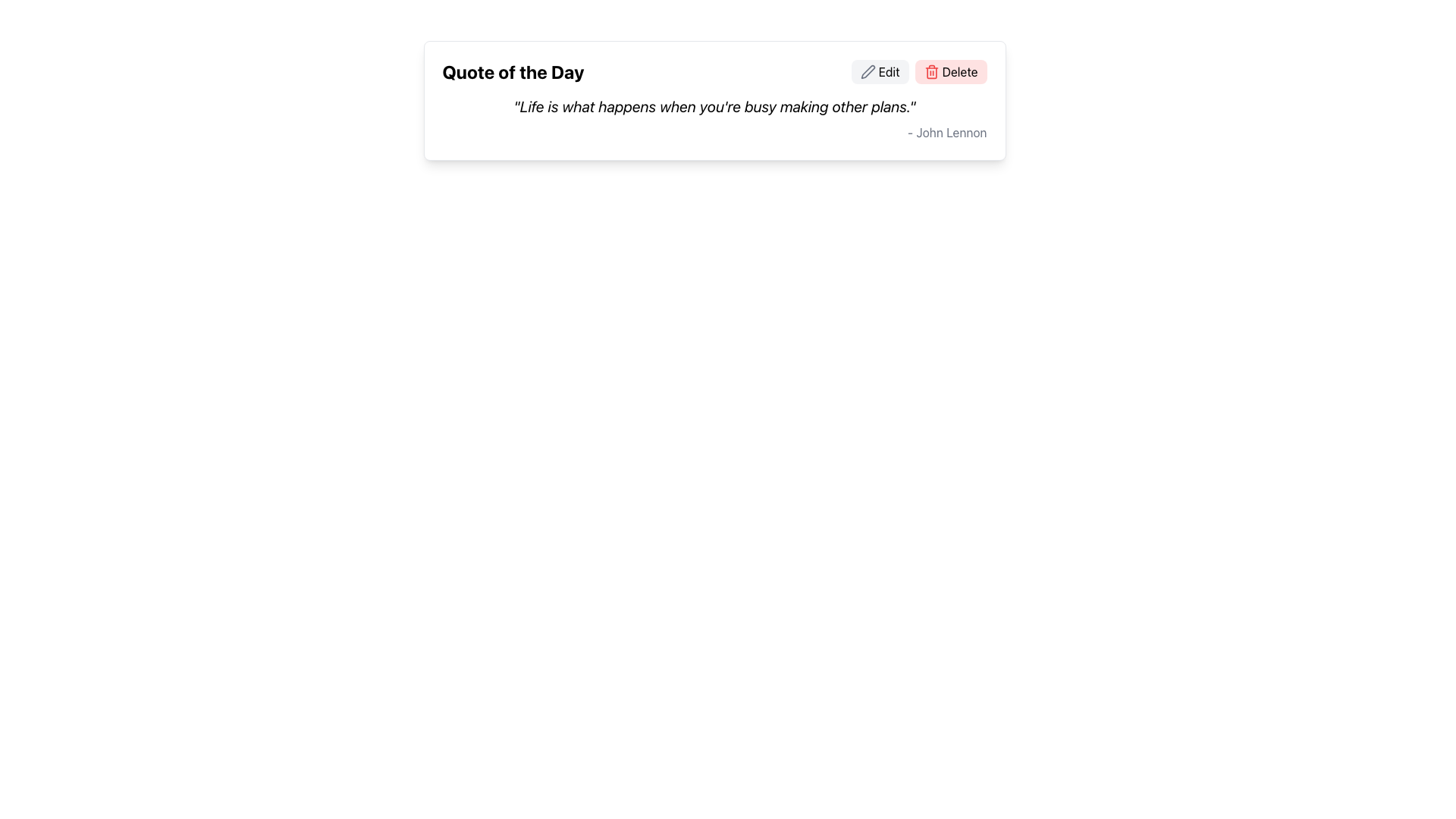 This screenshot has height=819, width=1456. I want to click on the 'Edit' icon located to the left of the 'Edit' text label in the upper right corner of the card displaying the 'Quote of the Day', so click(868, 72).